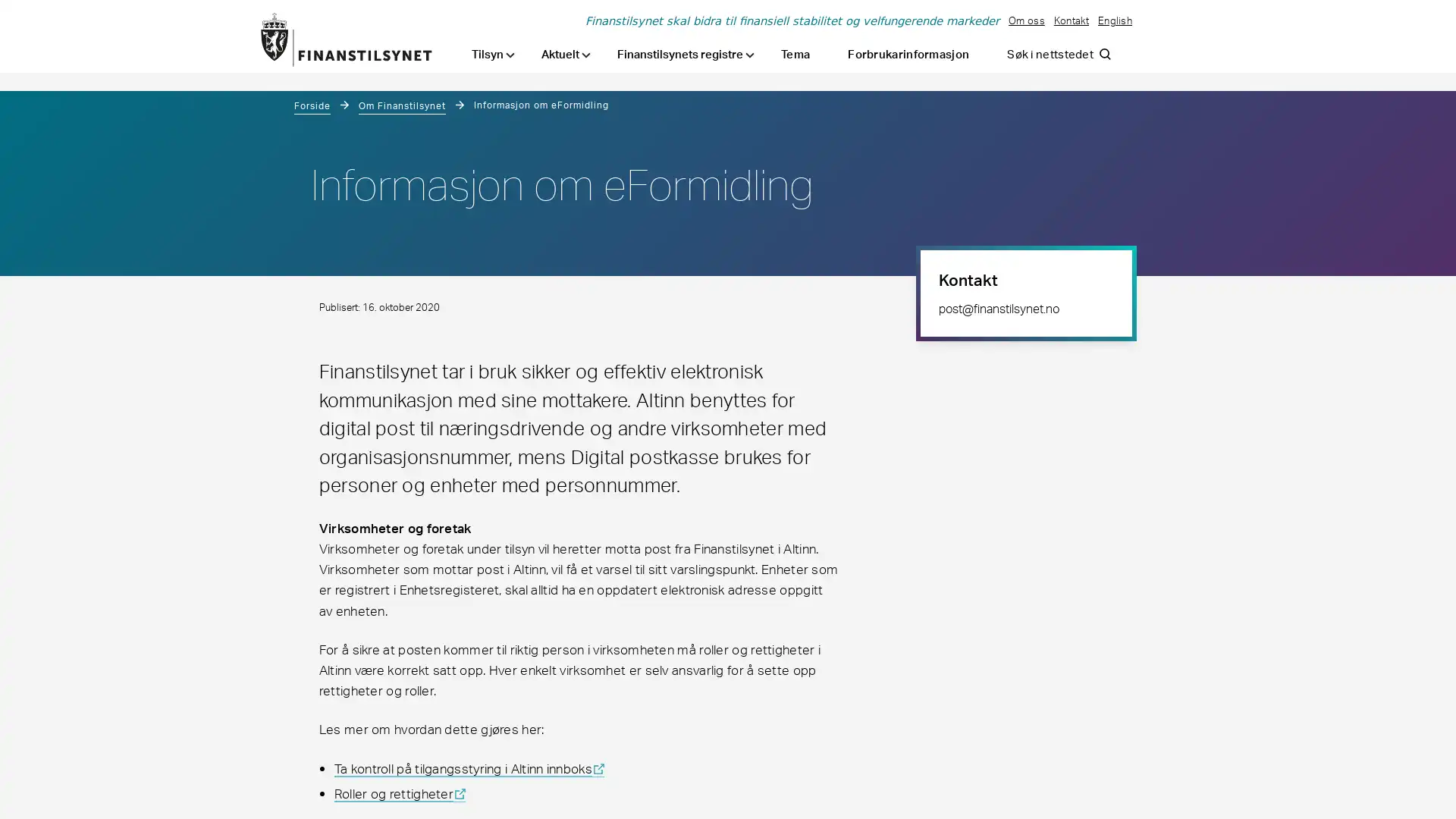 The image size is (1456, 819). I want to click on Tilsyn Tilsyn, so click(493, 54).